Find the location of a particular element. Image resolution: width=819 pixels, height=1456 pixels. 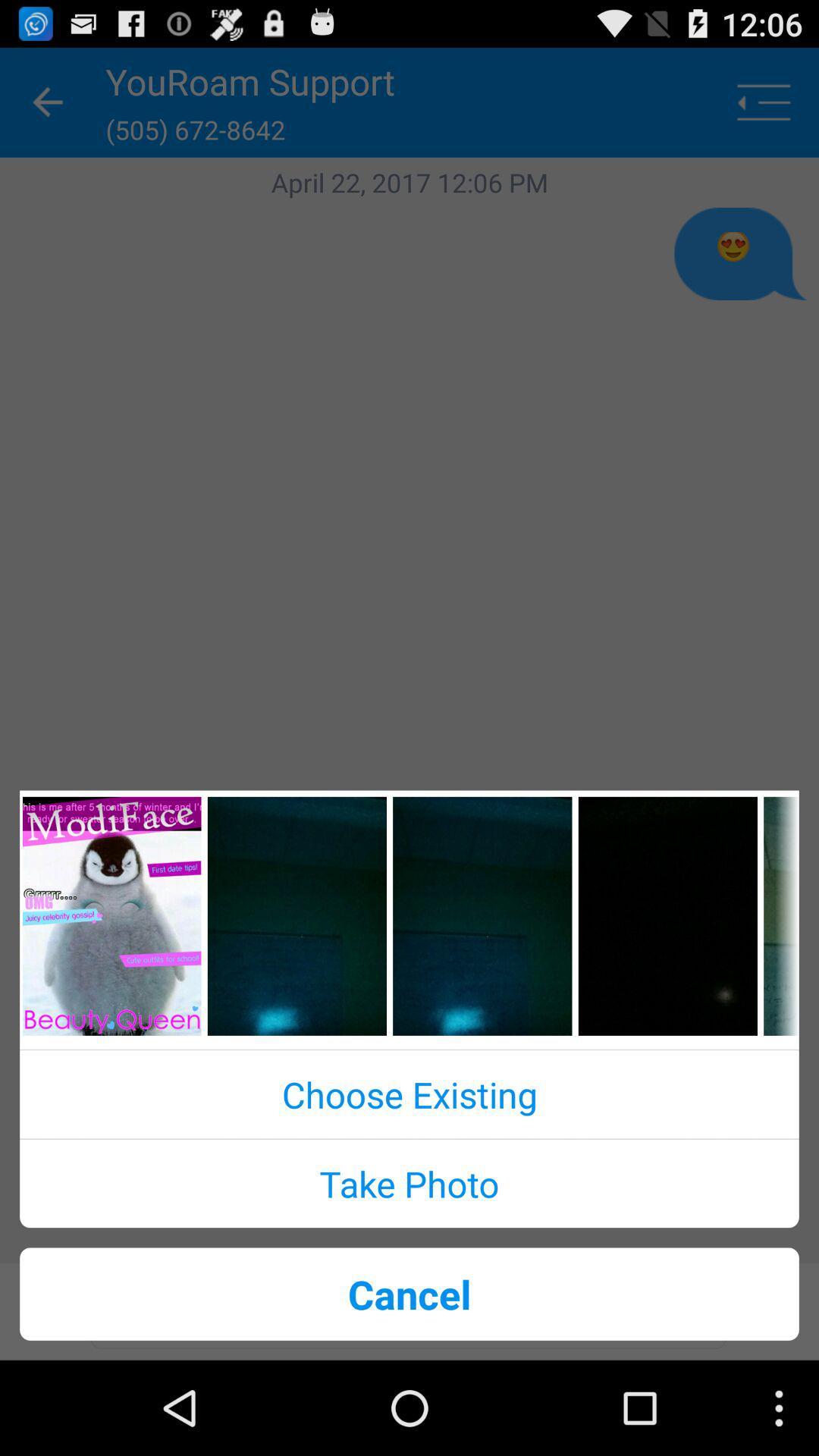

background is located at coordinates (297, 915).